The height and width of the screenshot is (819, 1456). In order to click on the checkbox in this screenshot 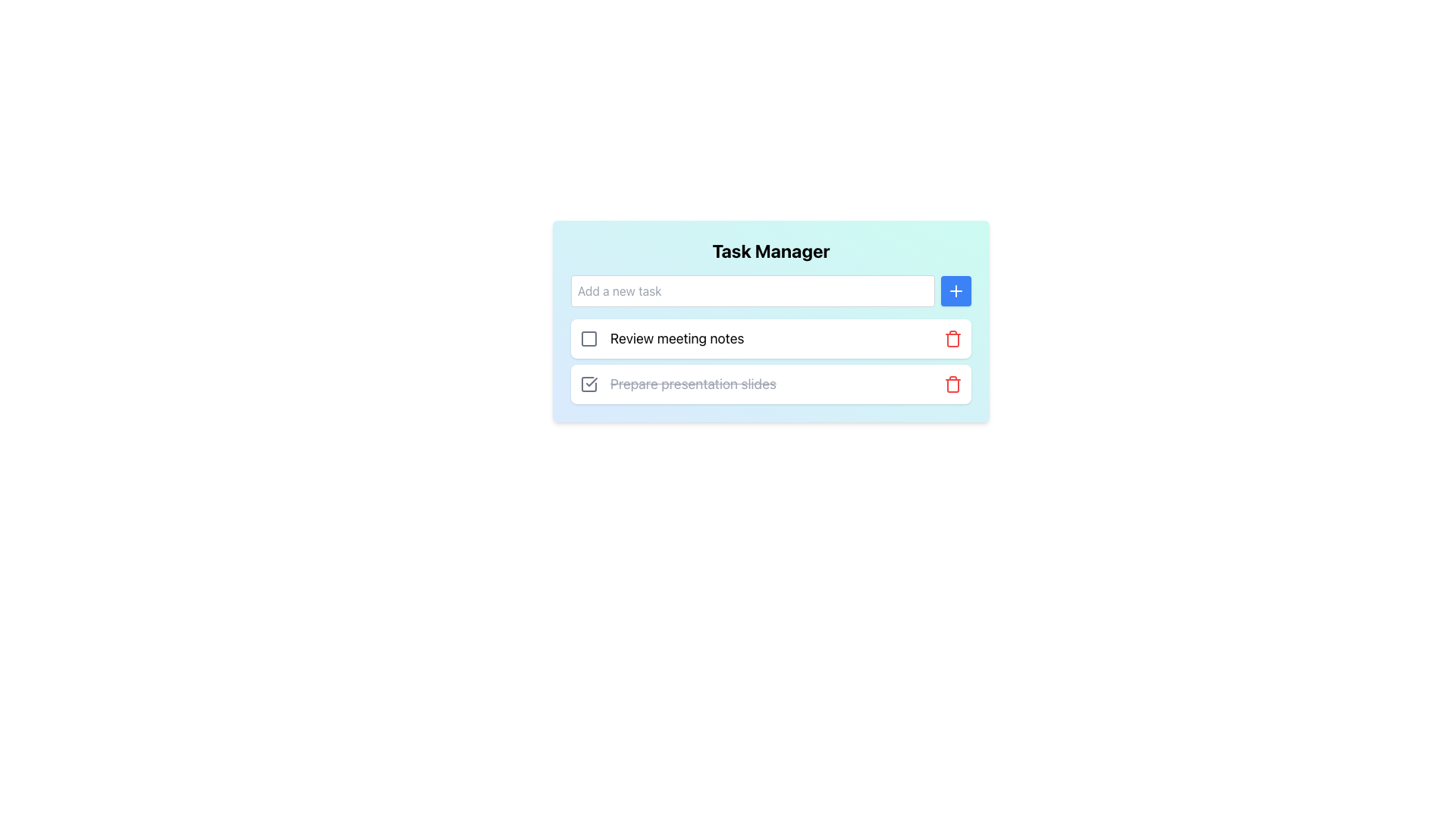, I will do `click(588, 383)`.